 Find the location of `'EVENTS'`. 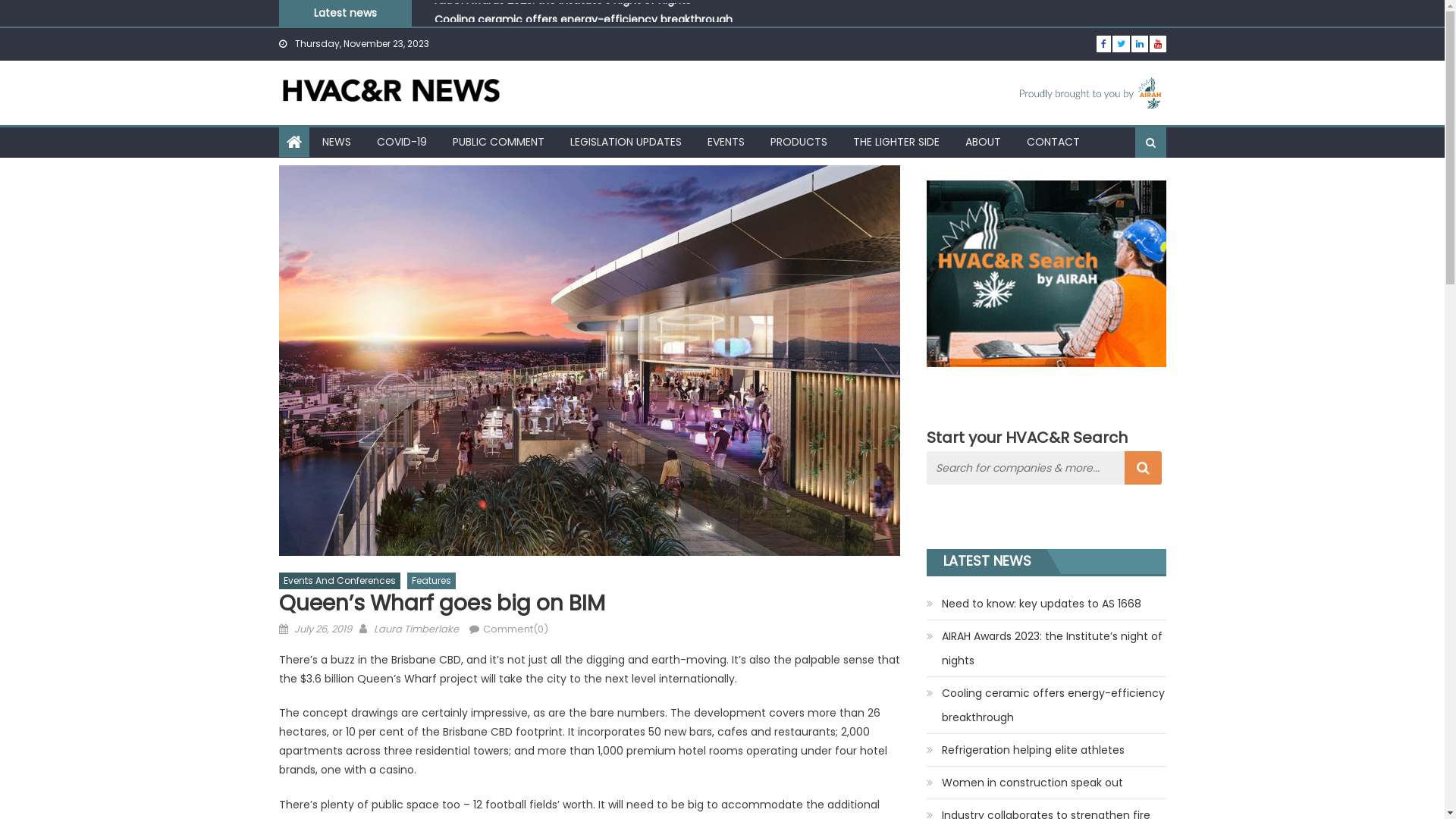

'EVENTS' is located at coordinates (725, 141).